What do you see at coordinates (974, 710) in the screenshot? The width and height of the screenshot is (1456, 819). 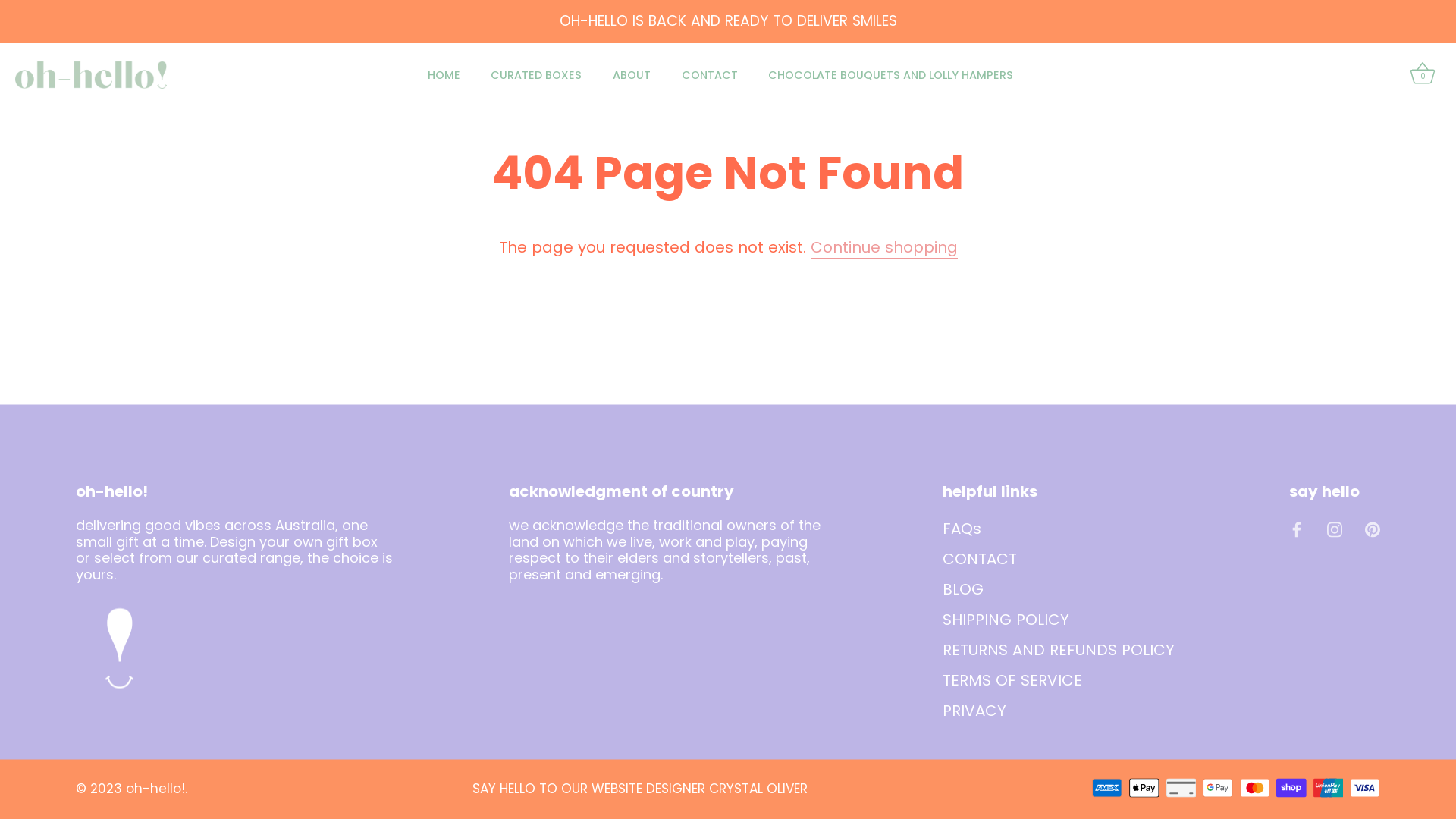 I see `'PRIVACY'` at bounding box center [974, 710].